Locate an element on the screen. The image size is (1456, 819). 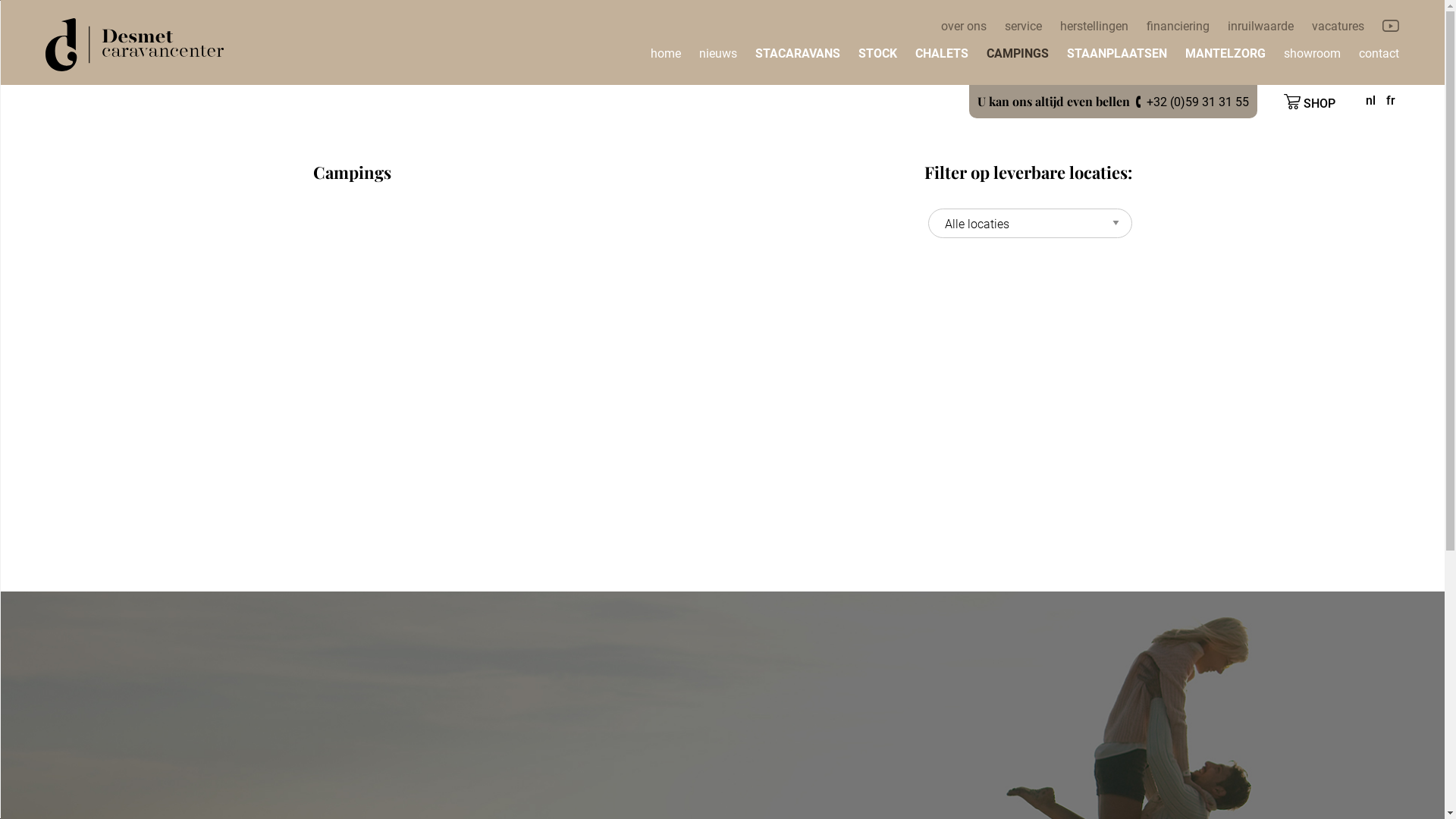
'STACARAVANS' is located at coordinates (796, 52).